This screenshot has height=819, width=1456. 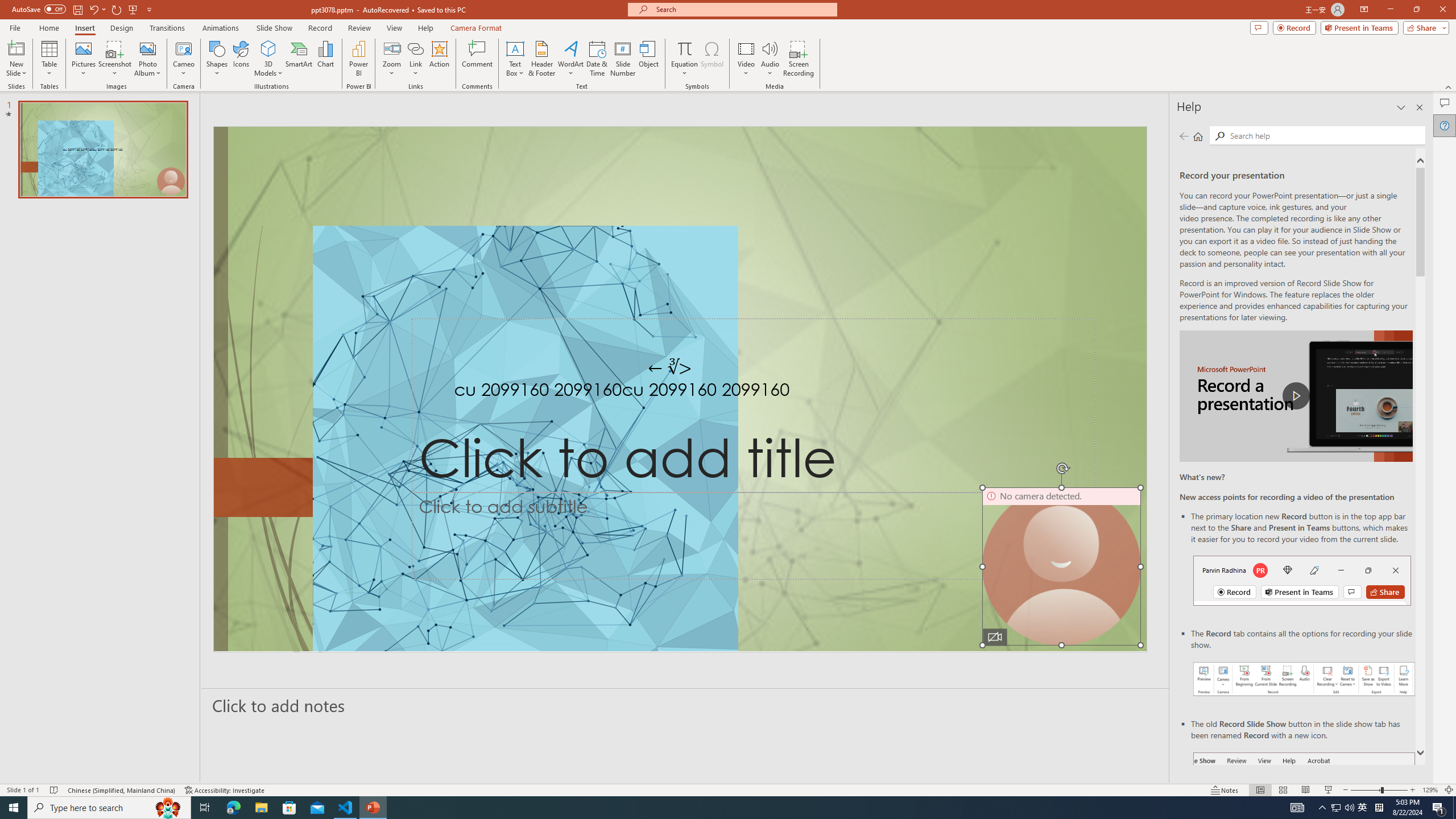 I want to click on 'Comment', so click(x=476, y=59).